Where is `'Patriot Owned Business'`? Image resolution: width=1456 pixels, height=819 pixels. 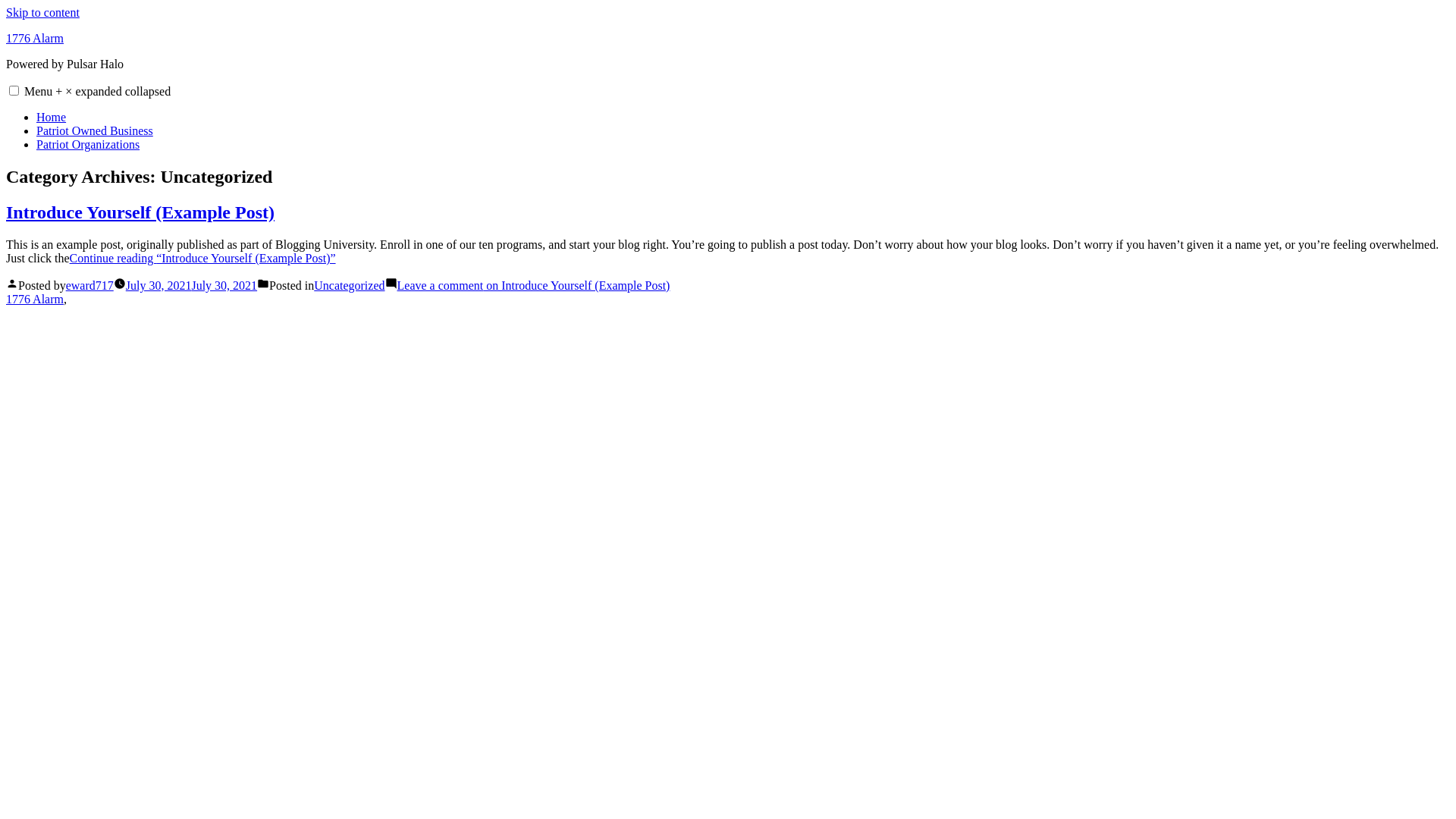
'Patriot Owned Business' is located at coordinates (93, 130).